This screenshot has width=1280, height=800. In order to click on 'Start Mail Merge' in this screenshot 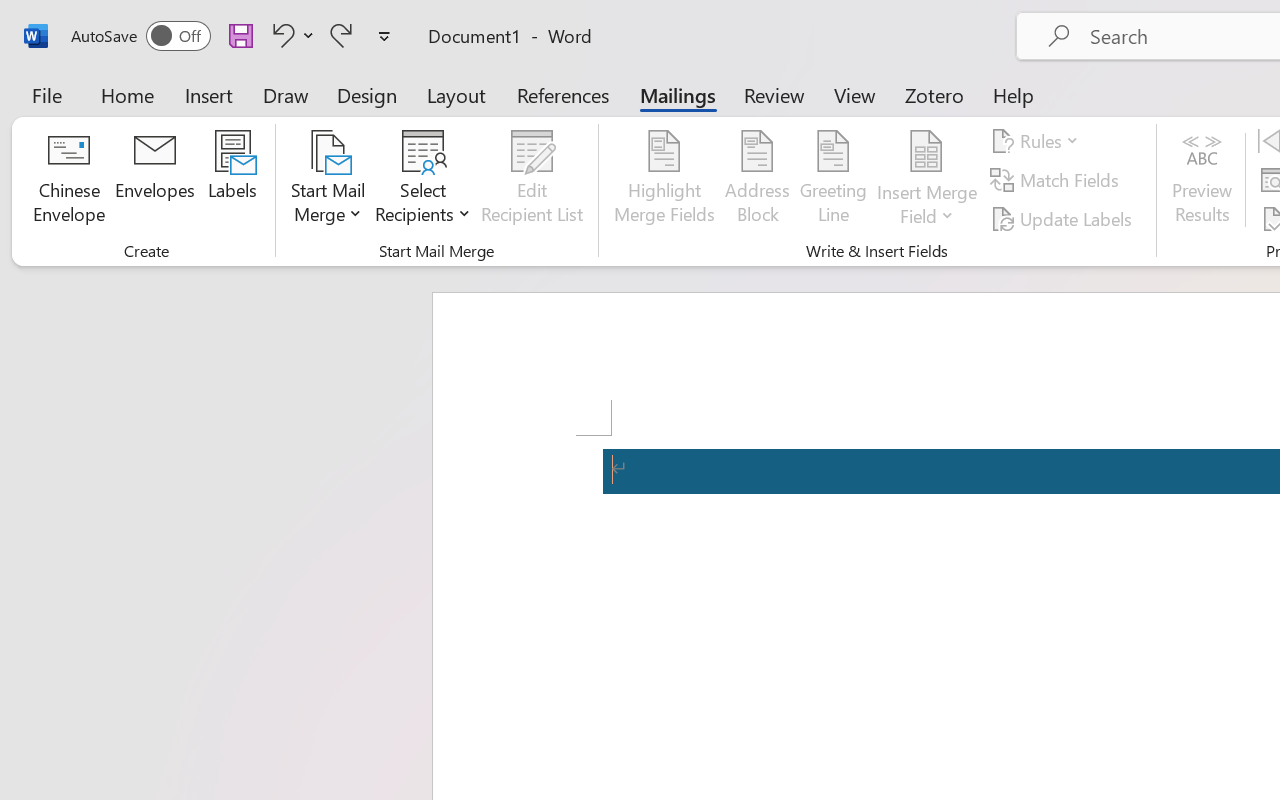, I will do `click(328, 179)`.